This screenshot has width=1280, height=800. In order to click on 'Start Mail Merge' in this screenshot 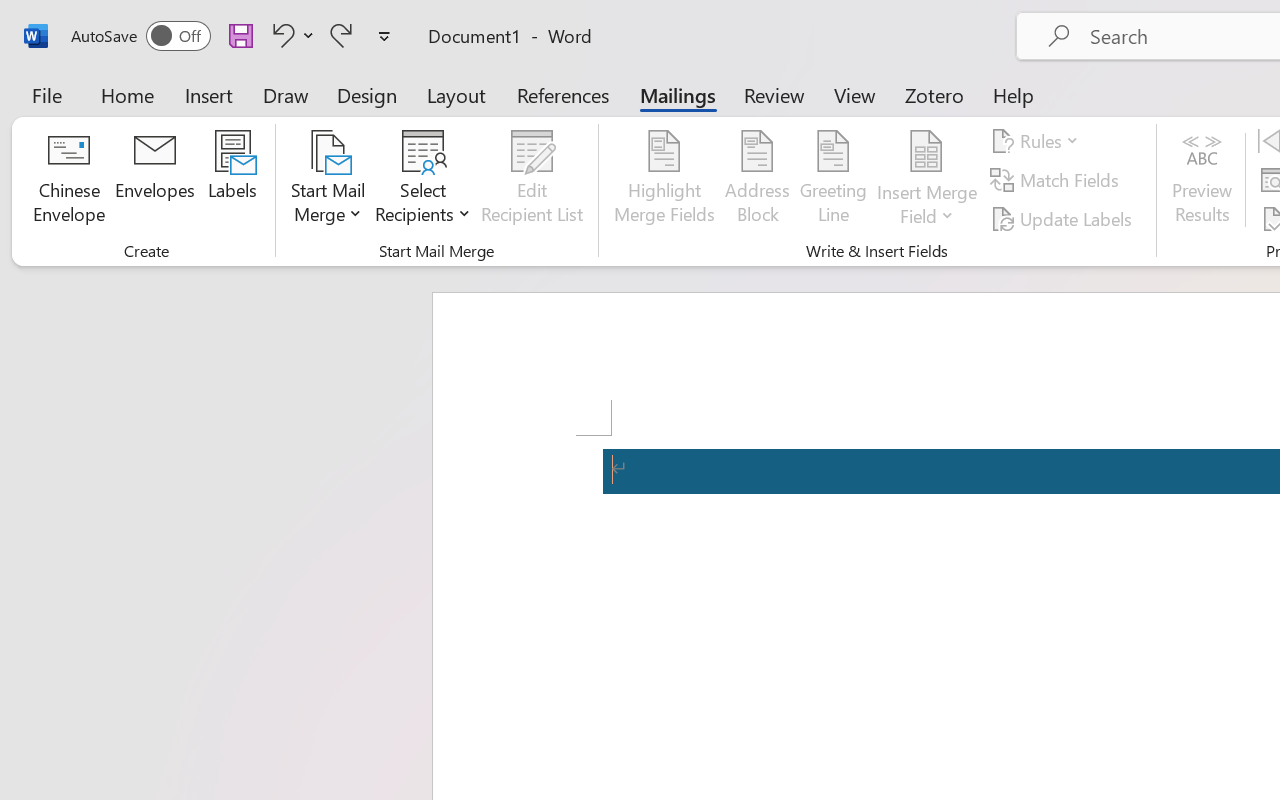, I will do `click(328, 179)`.